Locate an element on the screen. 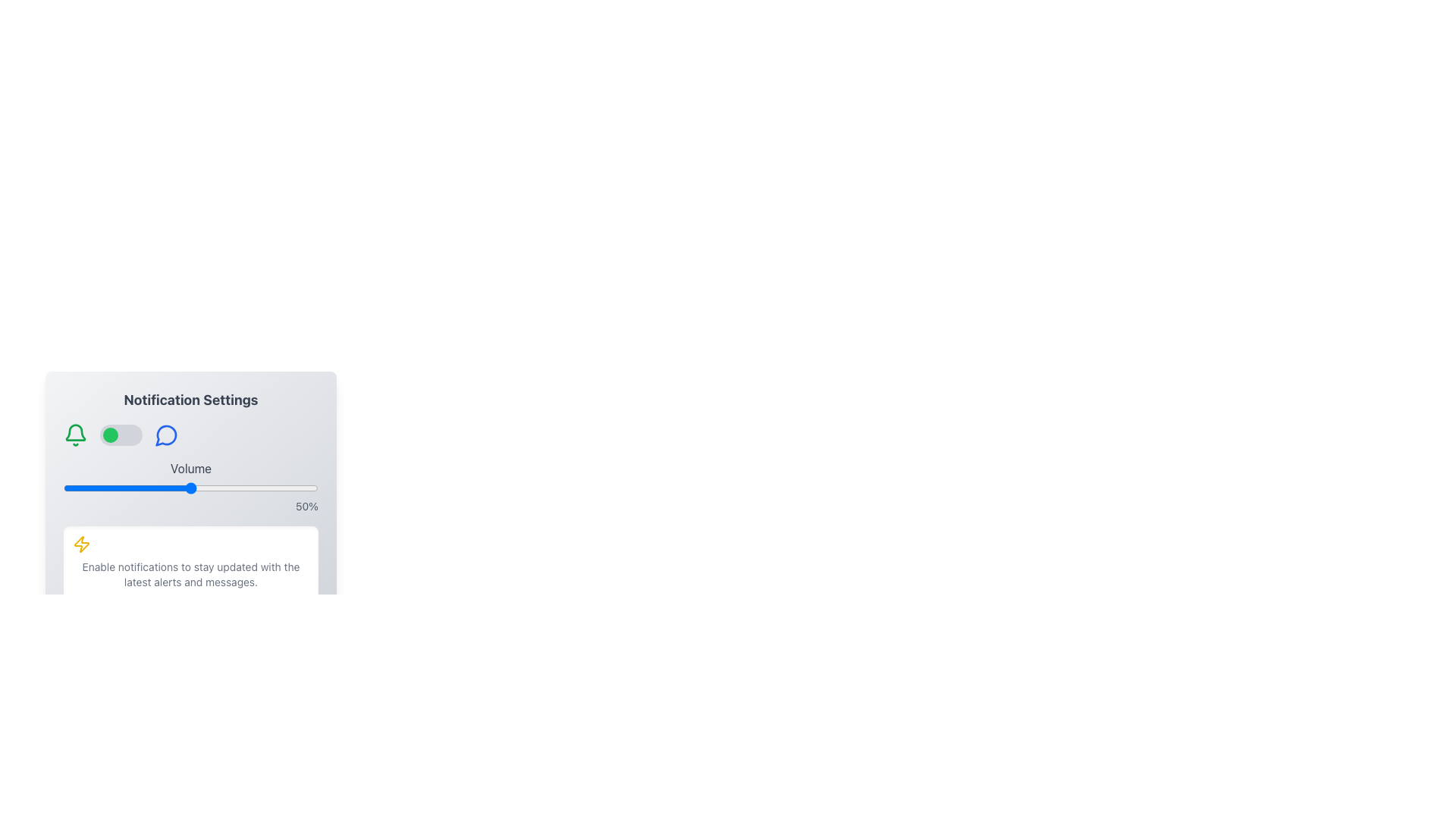  the messaging icon button located in the top row of notification settings controls, to the right of the green toggle and bell icon is located at coordinates (166, 435).